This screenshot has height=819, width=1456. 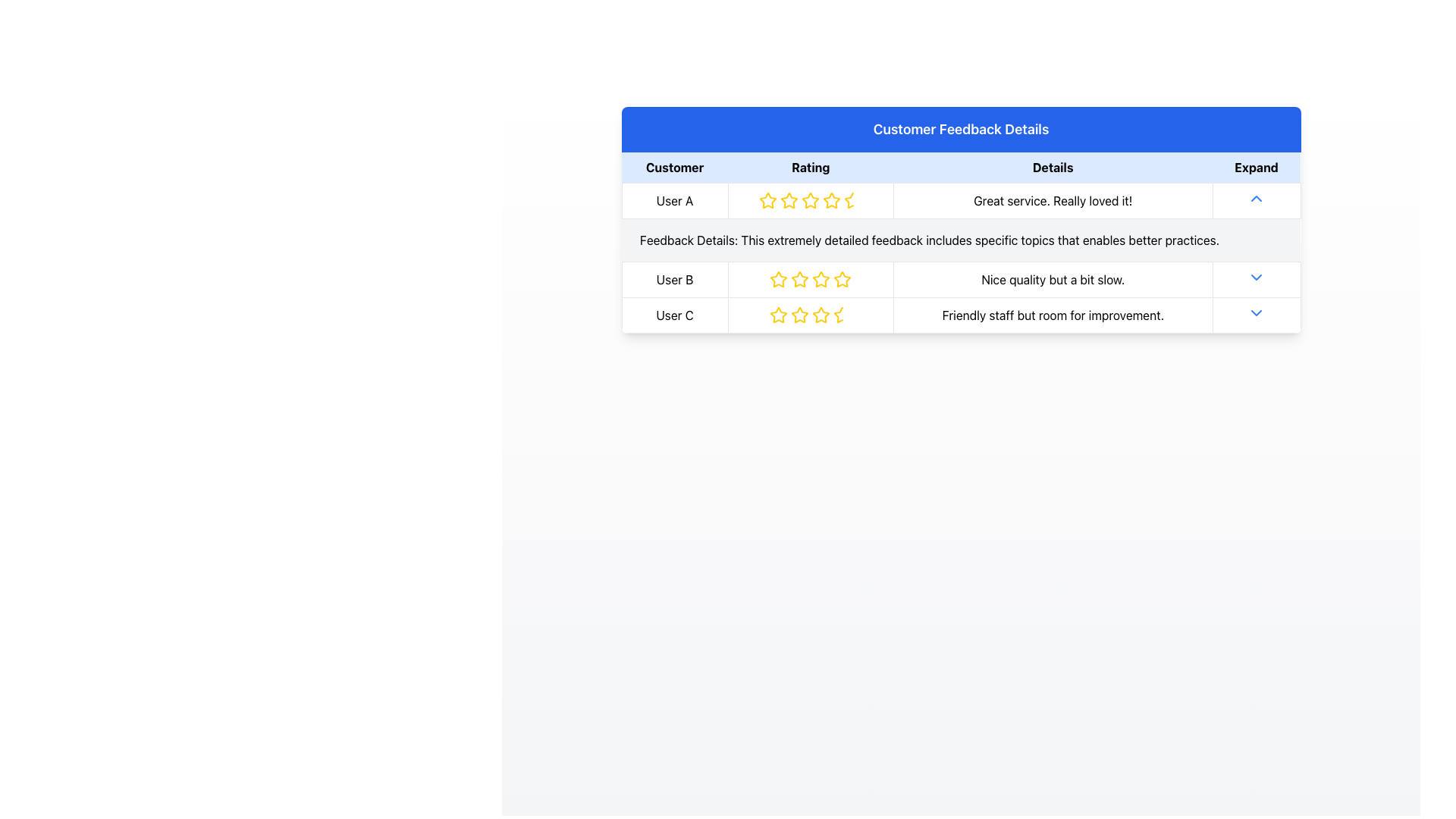 I want to click on the second star icon in the rating component of the 'User A' row in the 'Customer Feedback Details' table, so click(x=810, y=199).